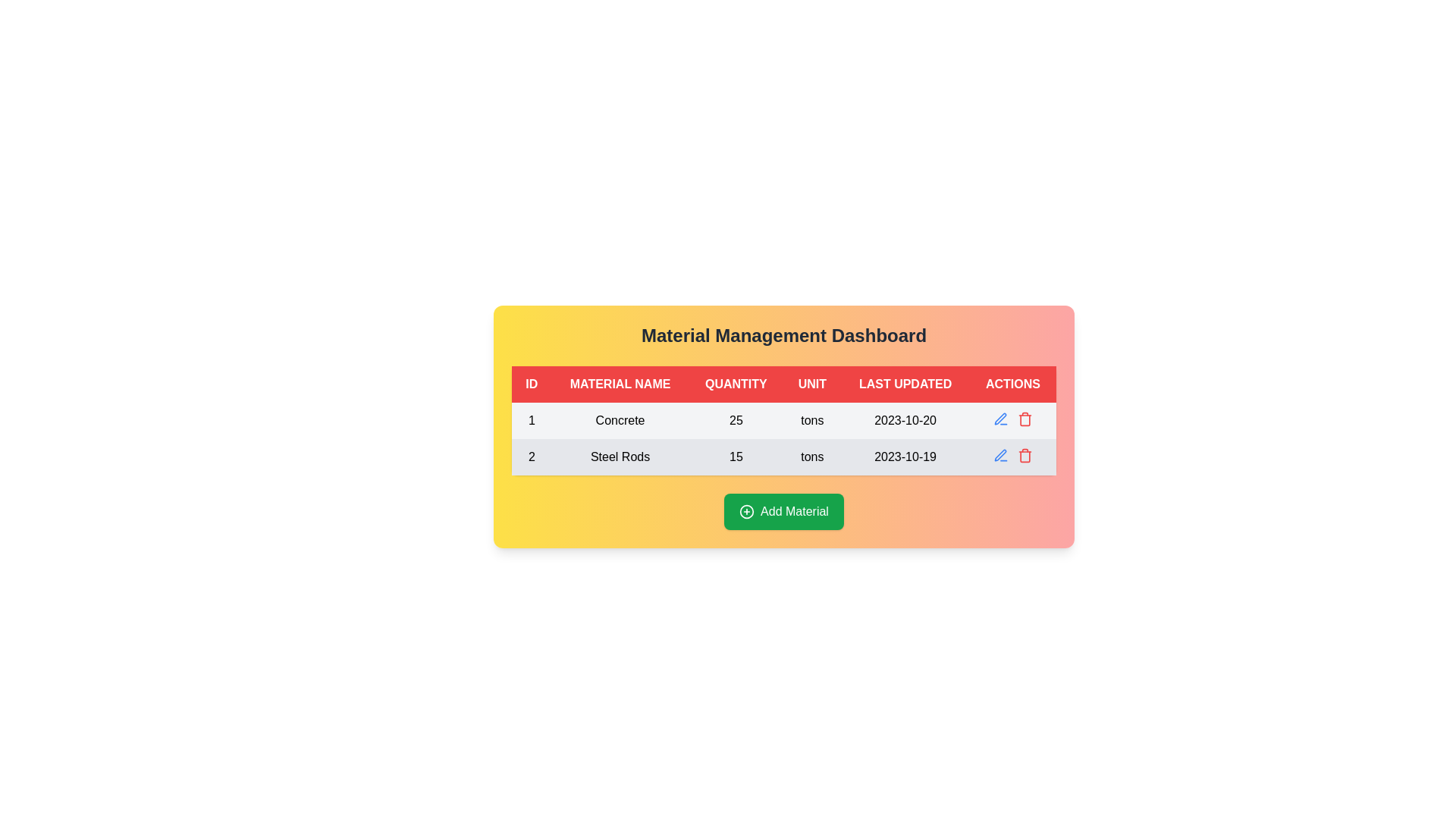 The image size is (1456, 819). Describe the element at coordinates (747, 512) in the screenshot. I see `the circular '+' icon located to the left of the 'Add Material' button` at that location.